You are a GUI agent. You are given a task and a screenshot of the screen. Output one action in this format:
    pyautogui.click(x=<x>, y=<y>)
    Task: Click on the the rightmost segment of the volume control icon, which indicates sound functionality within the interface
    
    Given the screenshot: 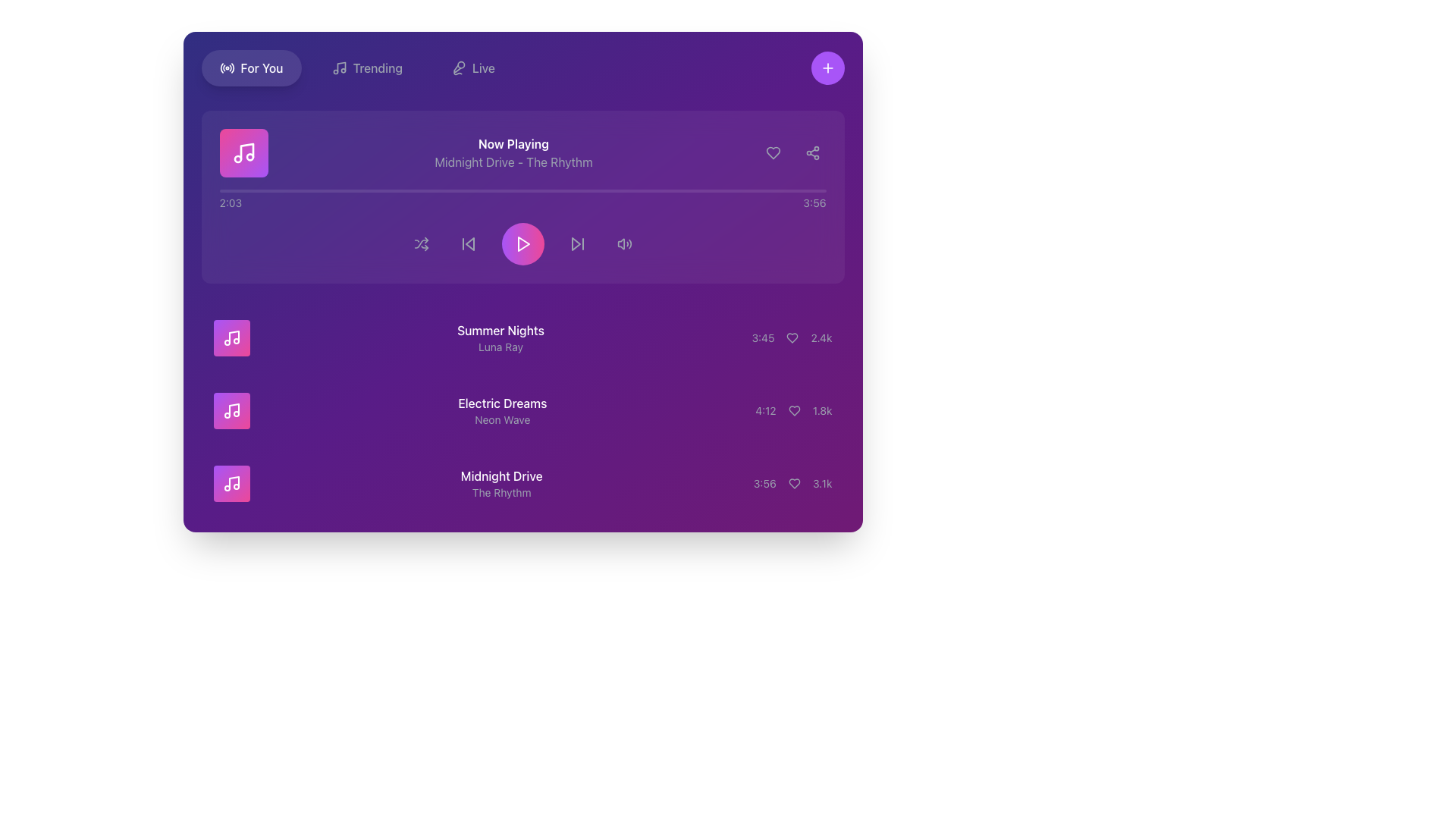 What is the action you would take?
    pyautogui.click(x=629, y=243)
    